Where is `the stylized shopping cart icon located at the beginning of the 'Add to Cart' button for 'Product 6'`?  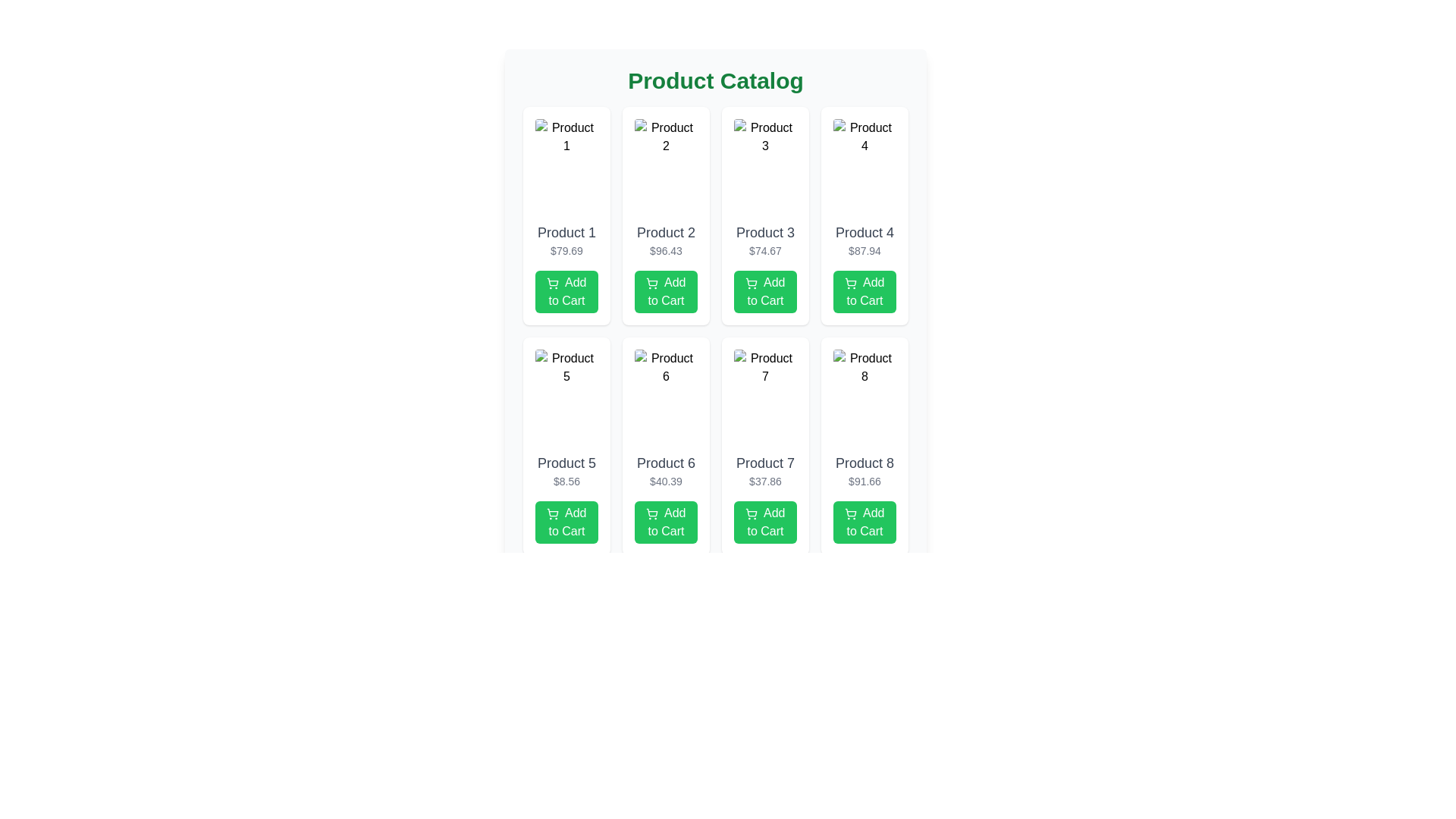
the stylized shopping cart icon located at the beginning of the 'Add to Cart' button for 'Product 6' is located at coordinates (652, 512).